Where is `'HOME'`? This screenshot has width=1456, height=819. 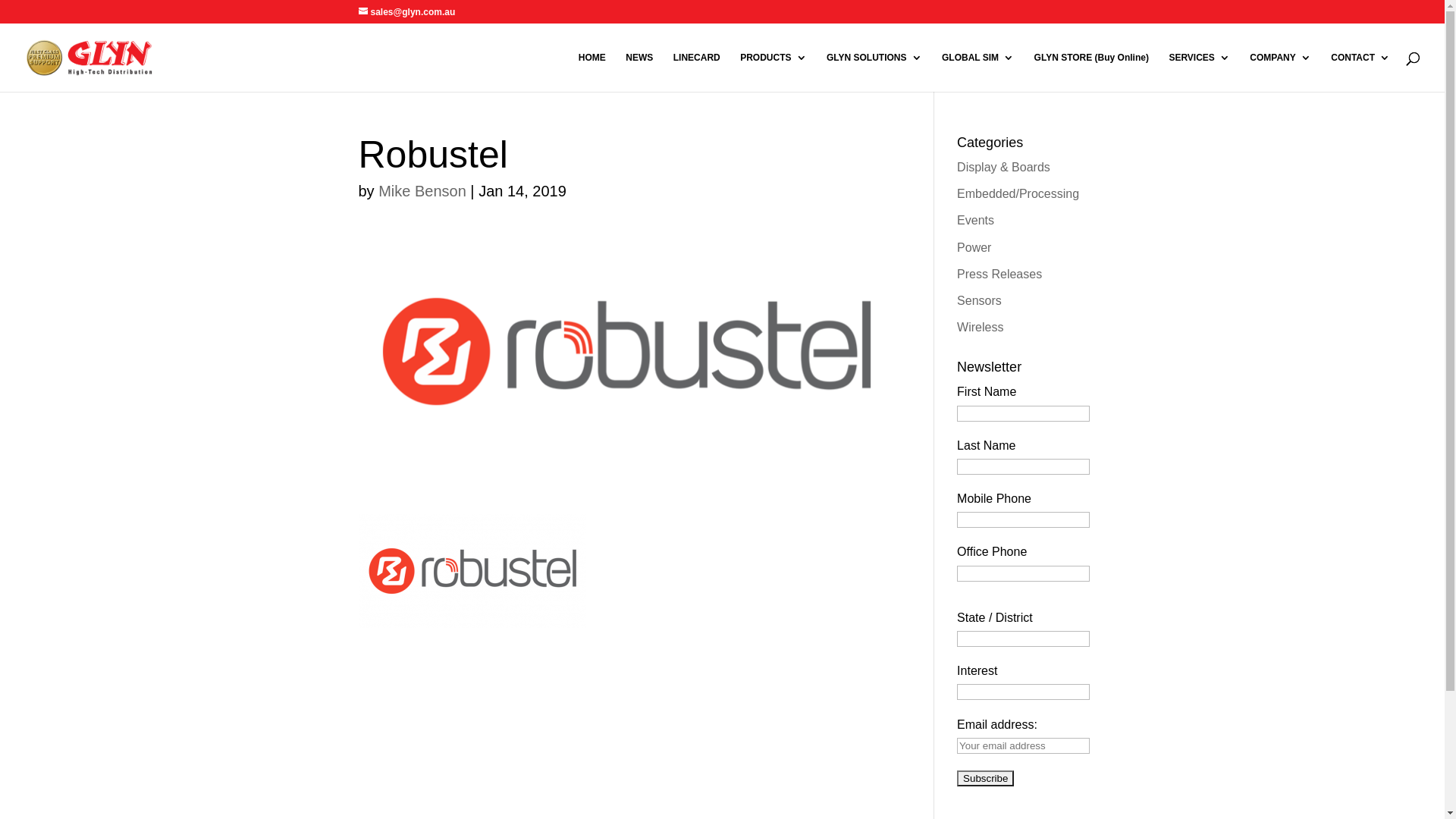 'HOME' is located at coordinates (591, 72).